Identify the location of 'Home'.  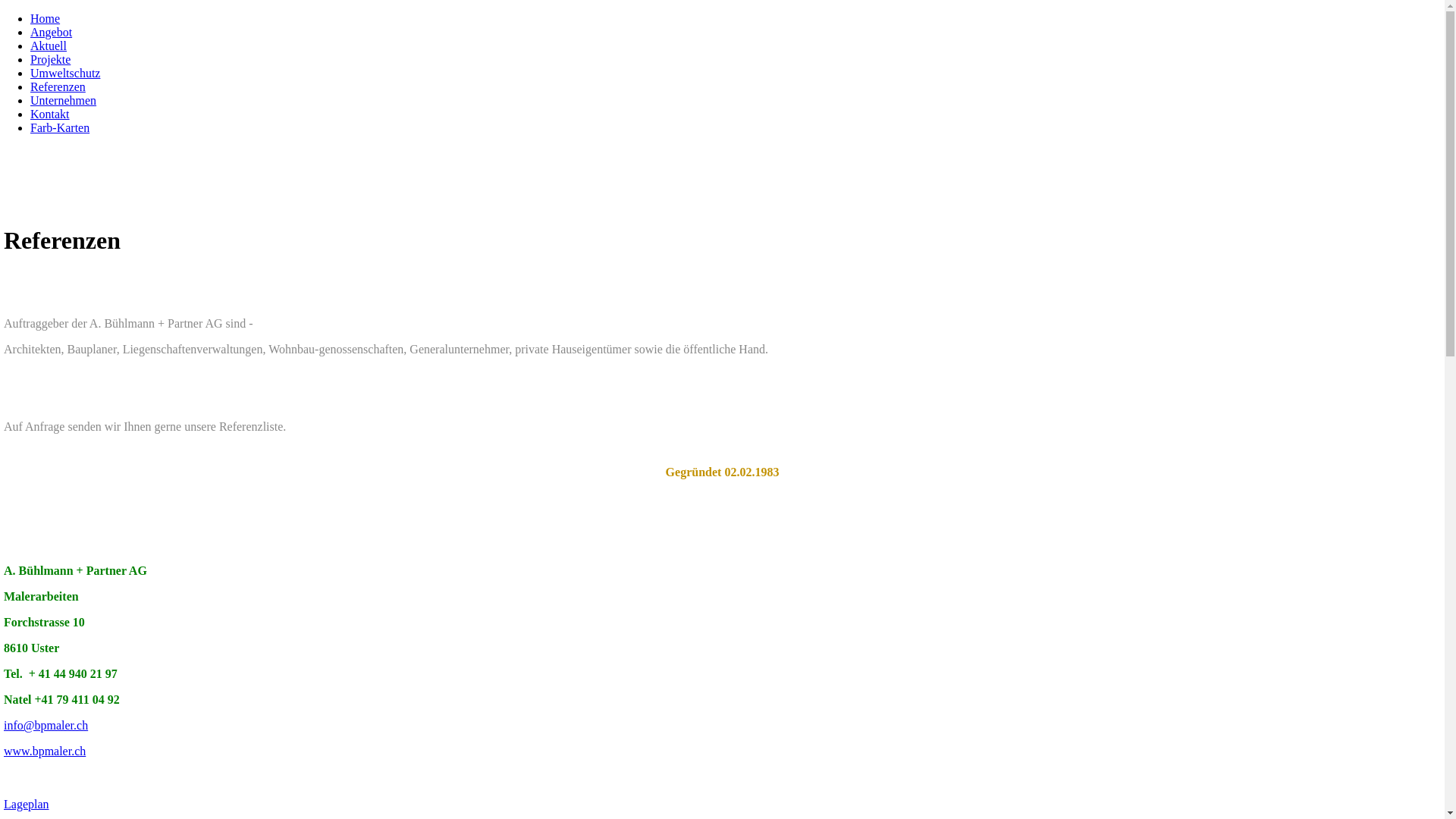
(45, 18).